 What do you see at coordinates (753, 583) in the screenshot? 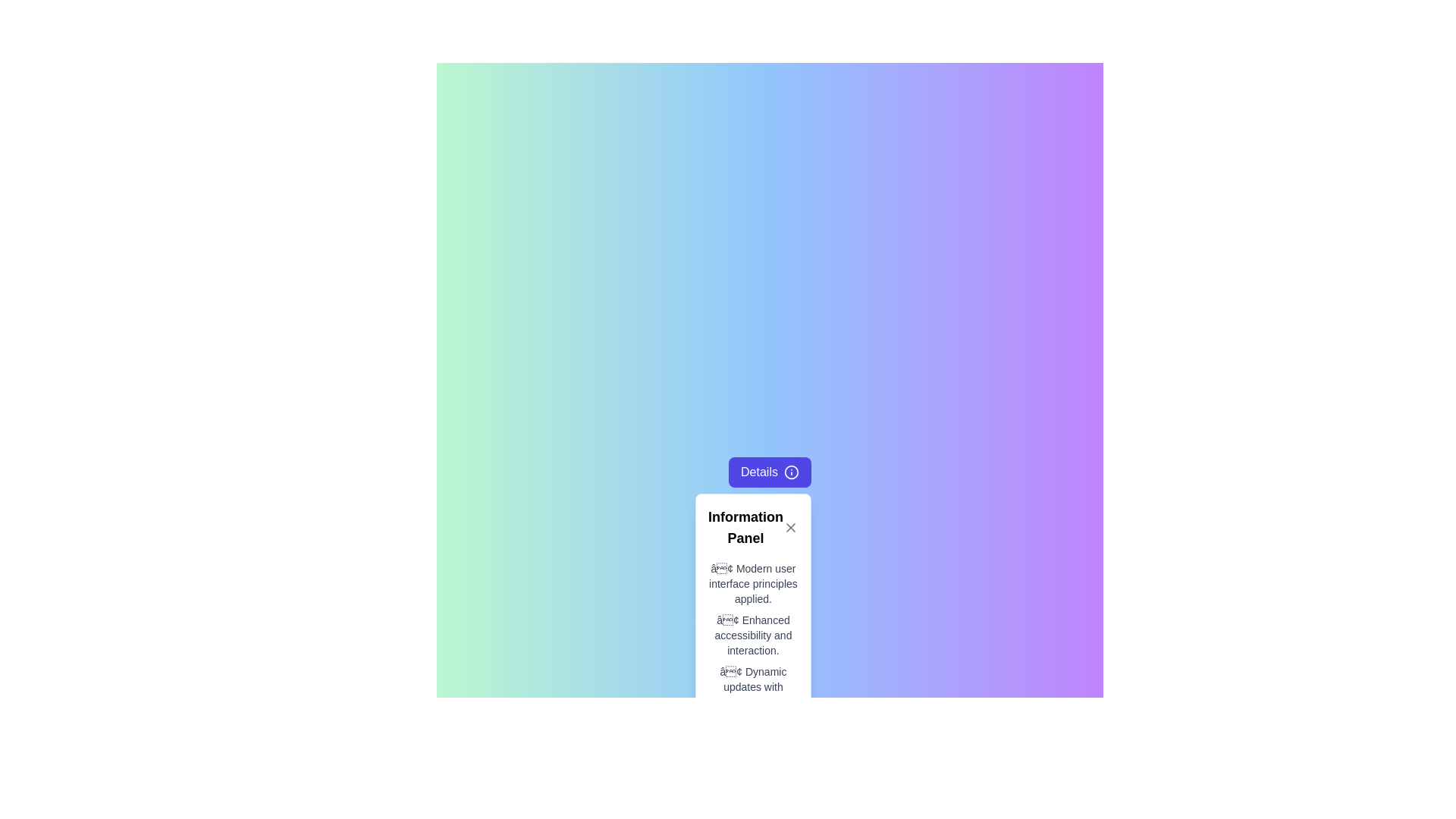
I see `the text 'Modern user interface principles applied.' which is the first bullet point in a vertical list on the Information Panel` at bounding box center [753, 583].